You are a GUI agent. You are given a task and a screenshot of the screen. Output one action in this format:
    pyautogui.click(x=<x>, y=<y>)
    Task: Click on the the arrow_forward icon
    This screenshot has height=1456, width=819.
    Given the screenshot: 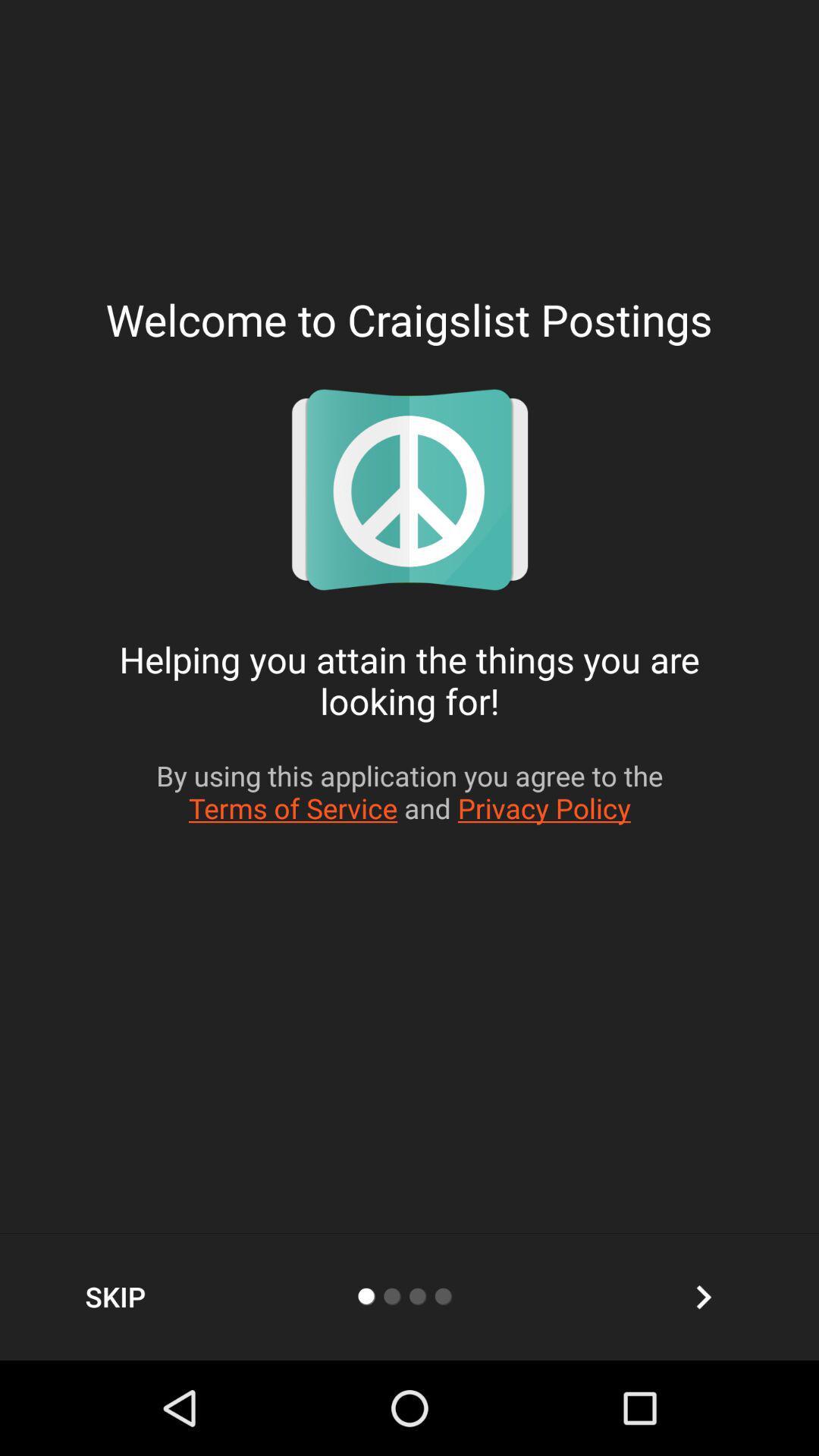 What is the action you would take?
    pyautogui.click(x=703, y=1296)
    